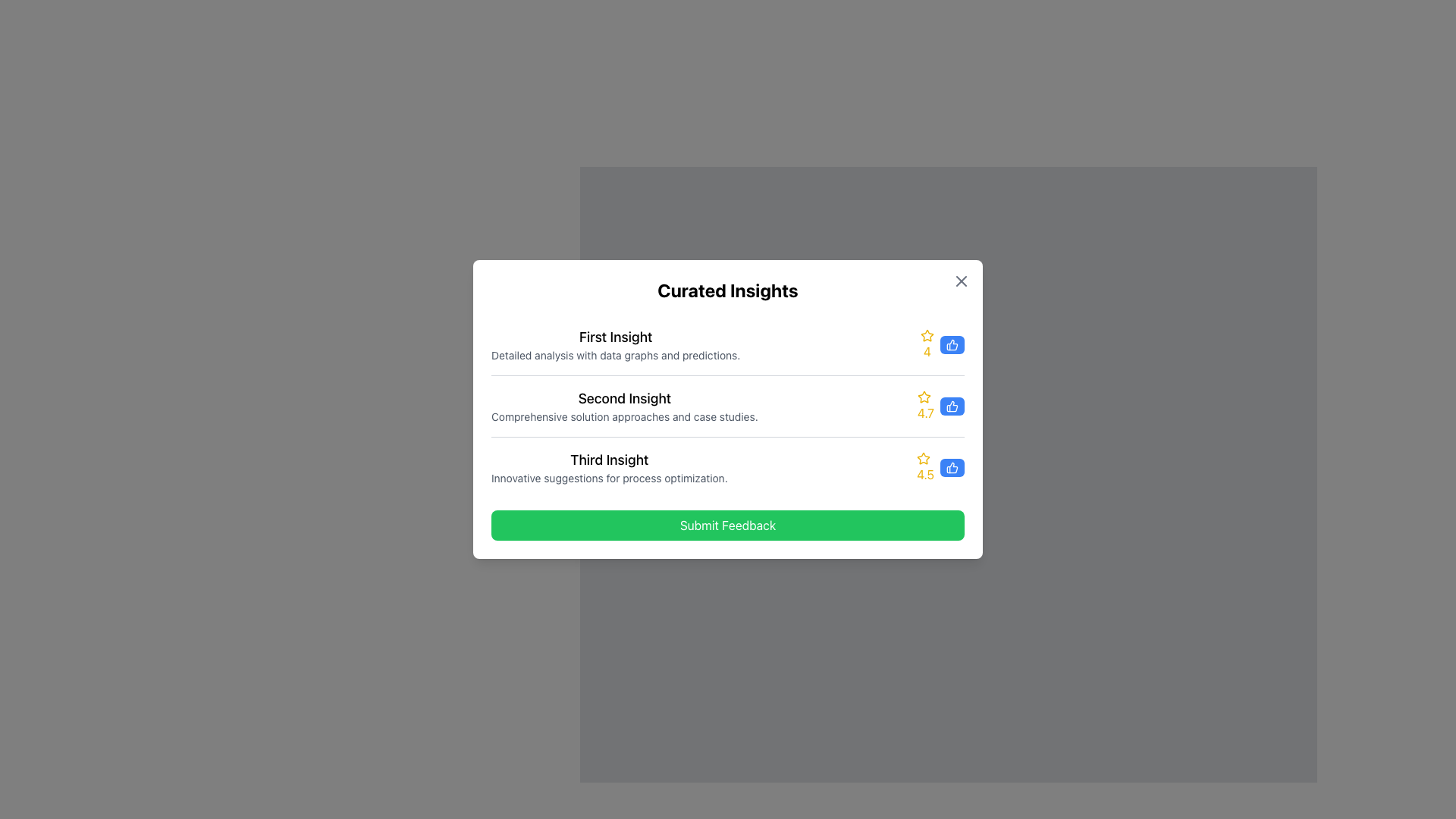 The image size is (1456, 819). Describe the element at coordinates (728, 466) in the screenshot. I see `the composite list item titled 'Third Insight'` at that location.